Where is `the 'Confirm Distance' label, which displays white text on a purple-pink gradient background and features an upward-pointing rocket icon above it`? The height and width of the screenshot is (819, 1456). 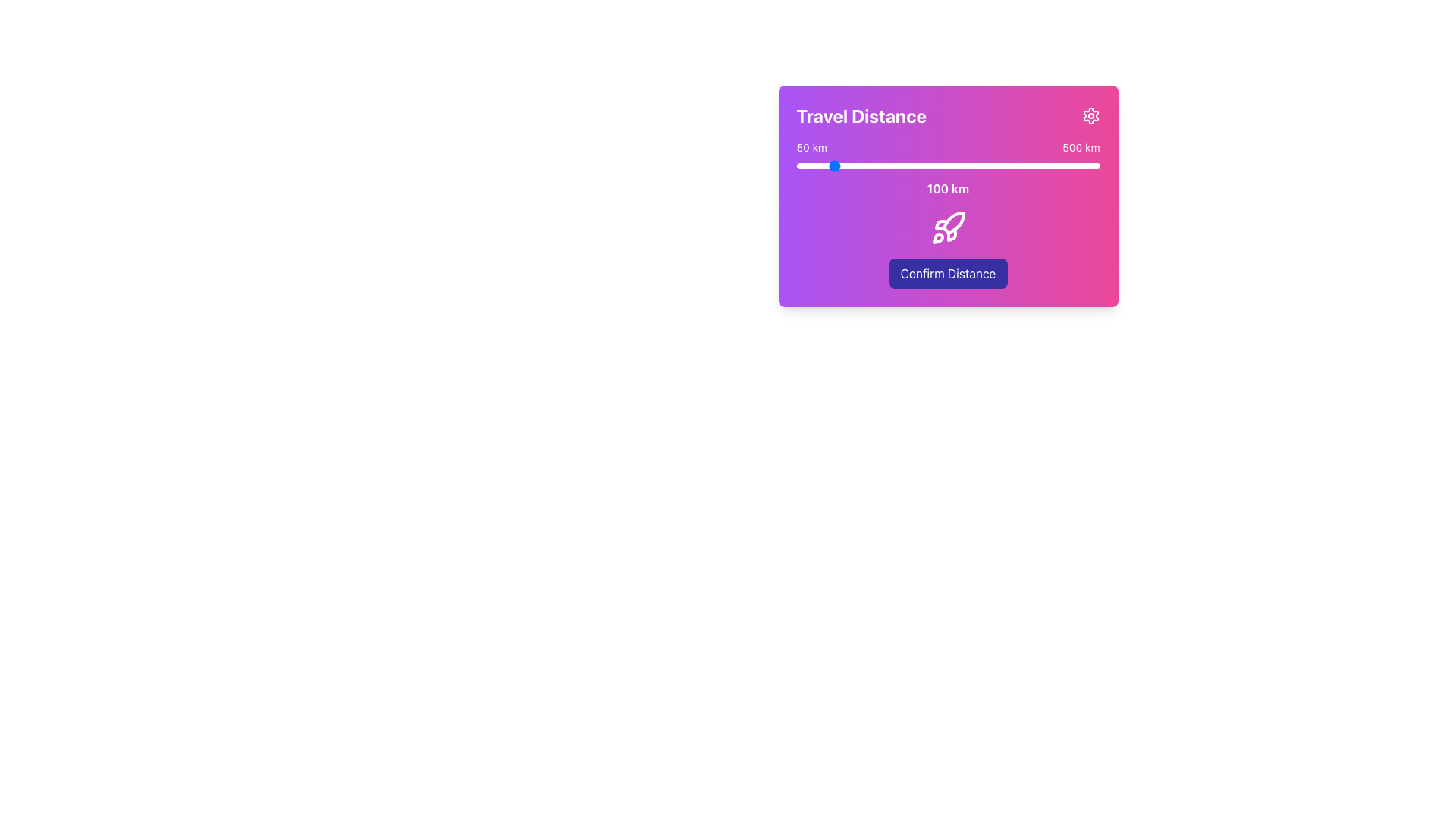 the 'Confirm Distance' label, which displays white text on a purple-pink gradient background and features an upward-pointing rocket icon above it is located at coordinates (947, 248).